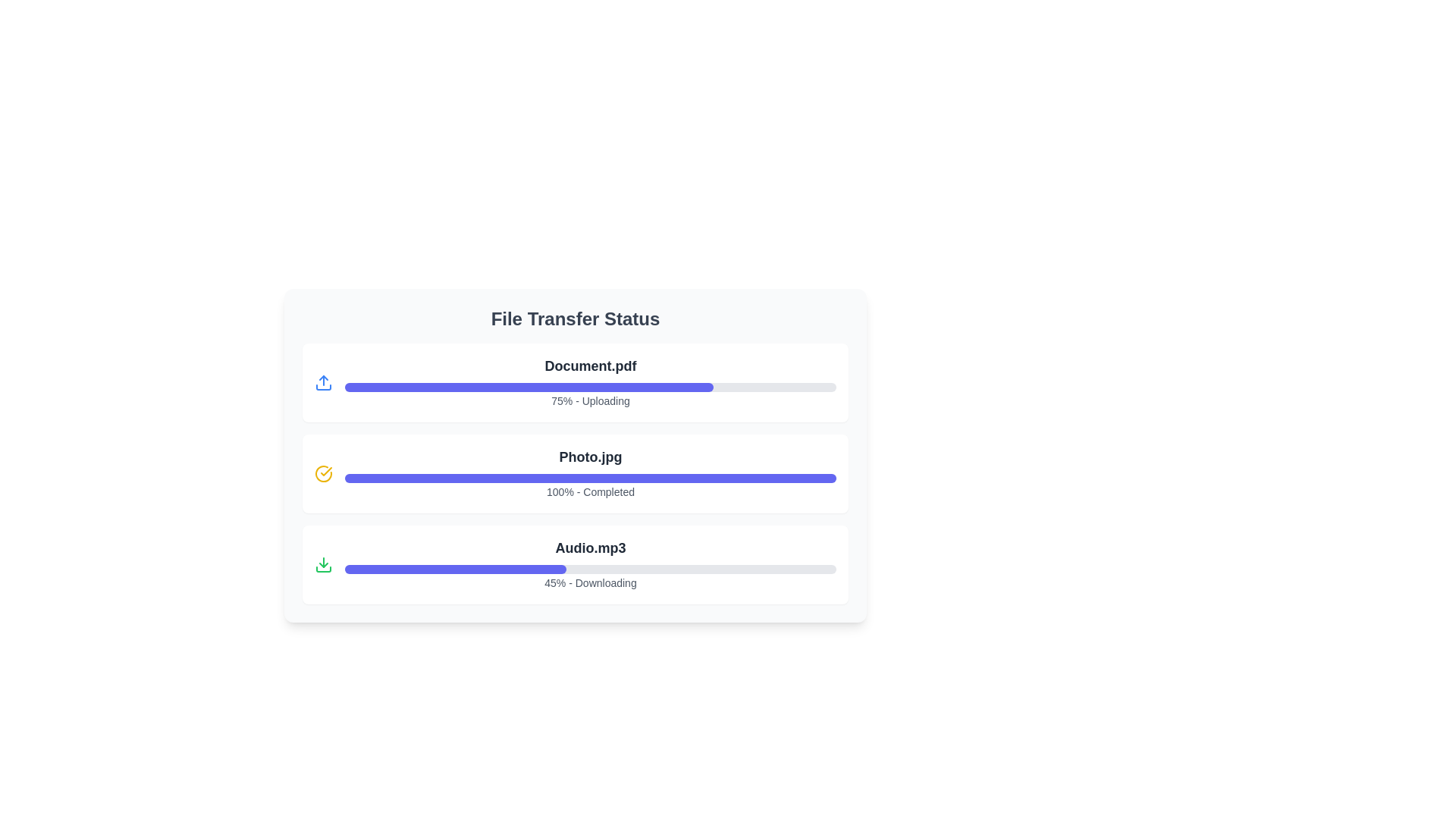 The image size is (1456, 819). What do you see at coordinates (589, 472) in the screenshot?
I see `the progress bar representing the file transfer of 'Photo.jpg'` at bounding box center [589, 472].